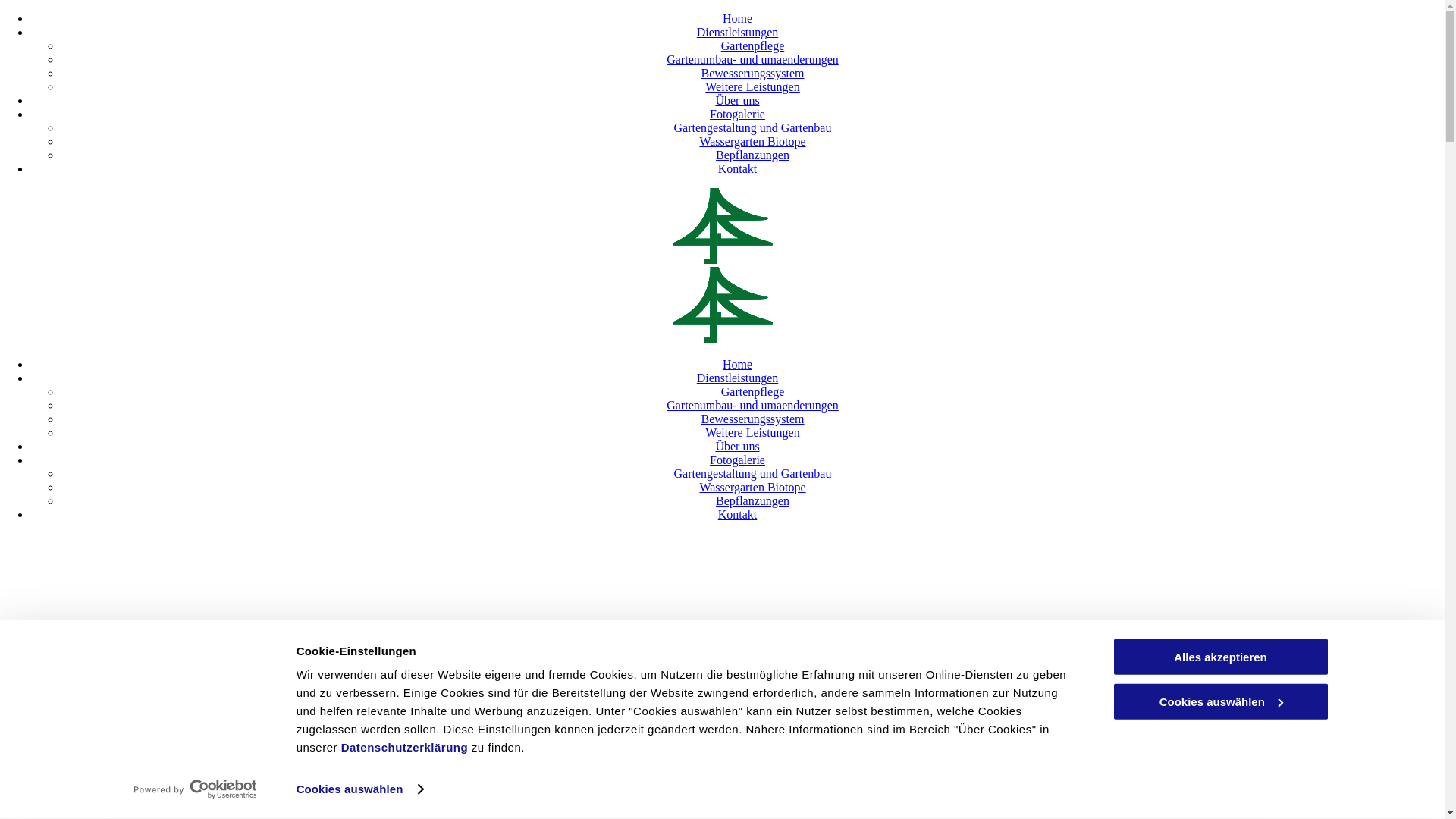 The height and width of the screenshot is (819, 1456). I want to click on 'Dienstleistungen', so click(695, 377).